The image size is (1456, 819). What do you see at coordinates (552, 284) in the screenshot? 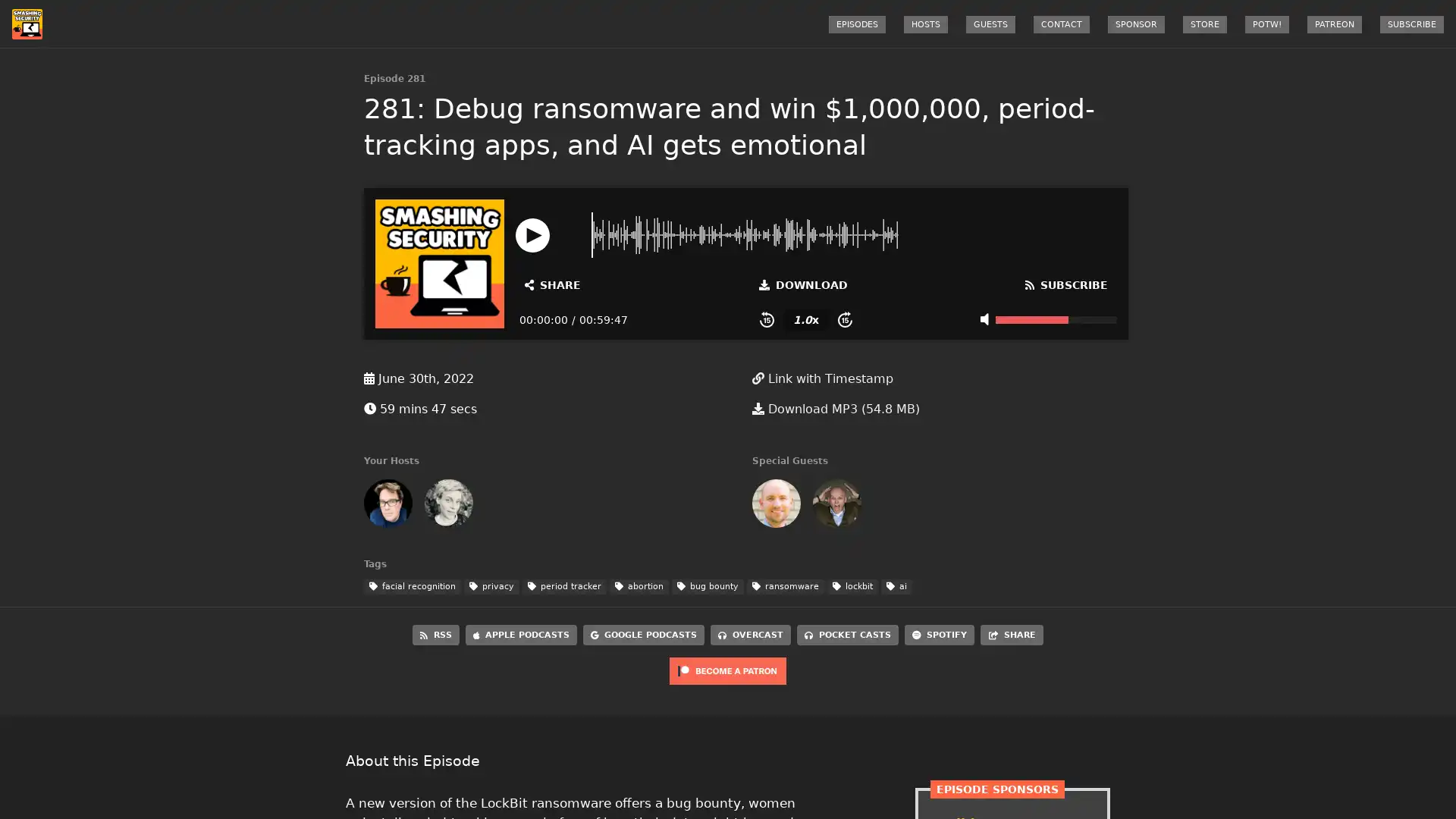
I see `Open Share and Subscribe Dialog` at bounding box center [552, 284].